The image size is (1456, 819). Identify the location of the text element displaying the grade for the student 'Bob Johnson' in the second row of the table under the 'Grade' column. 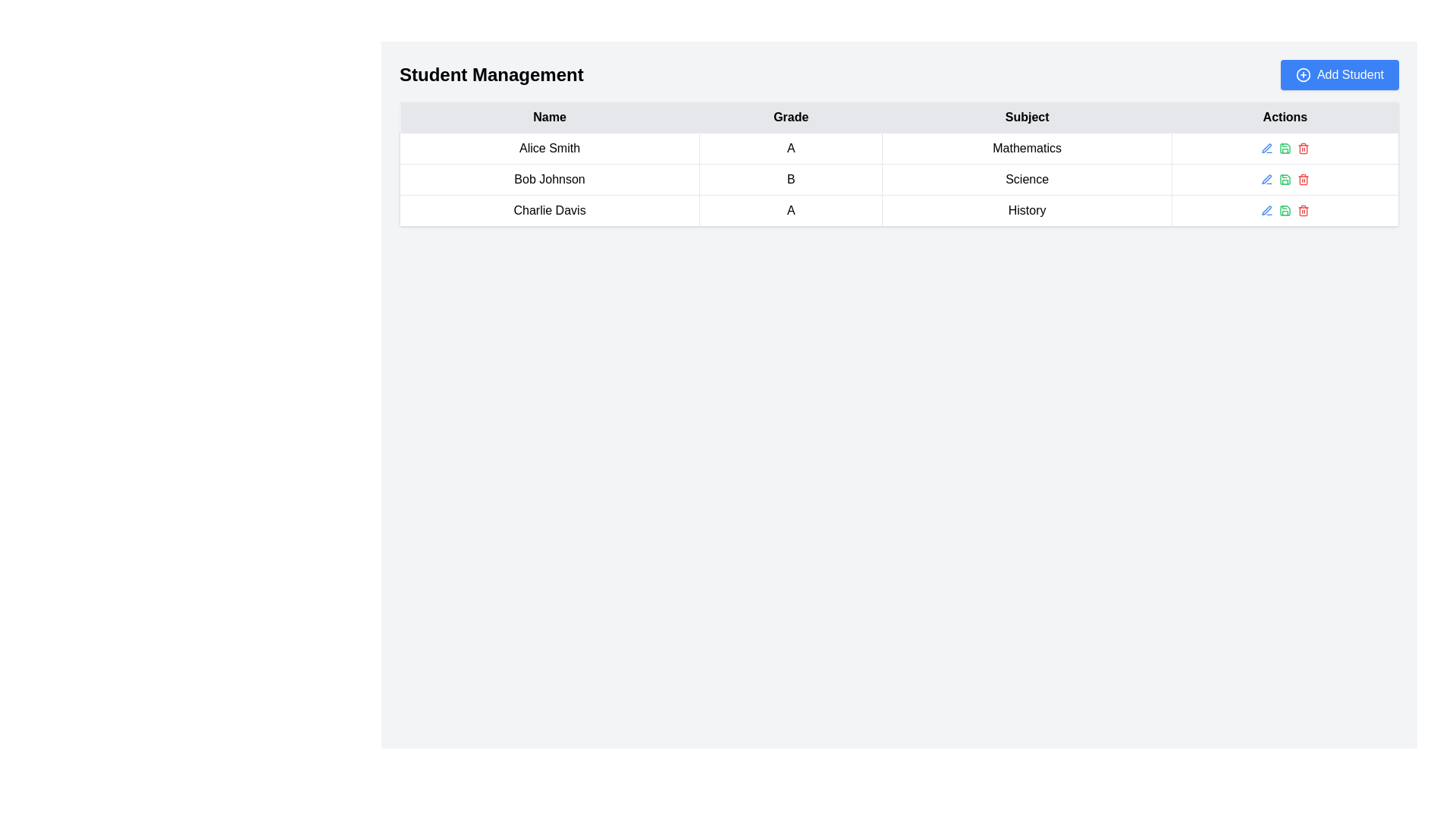
(790, 178).